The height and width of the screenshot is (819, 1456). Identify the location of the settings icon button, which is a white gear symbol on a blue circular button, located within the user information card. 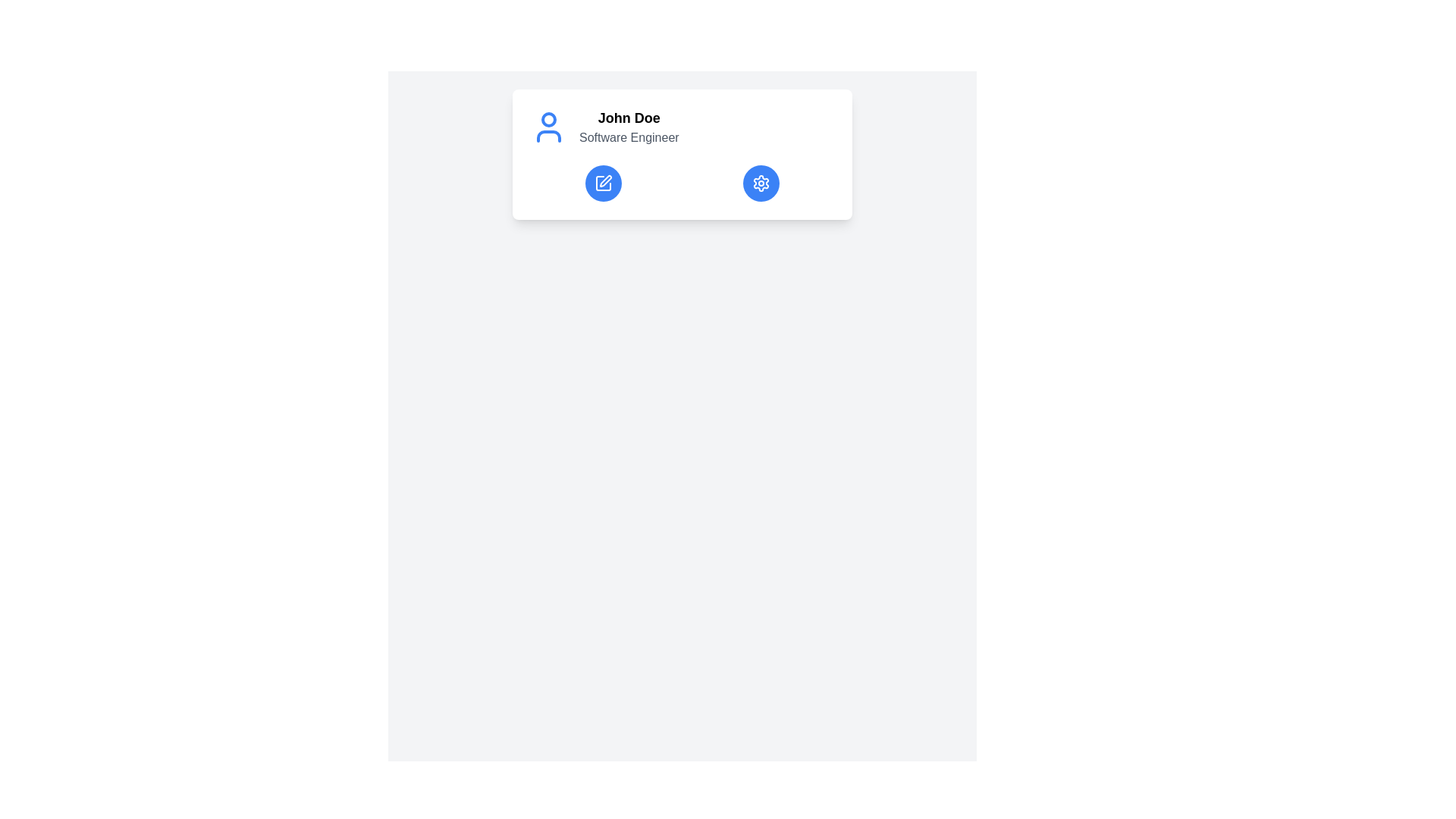
(761, 183).